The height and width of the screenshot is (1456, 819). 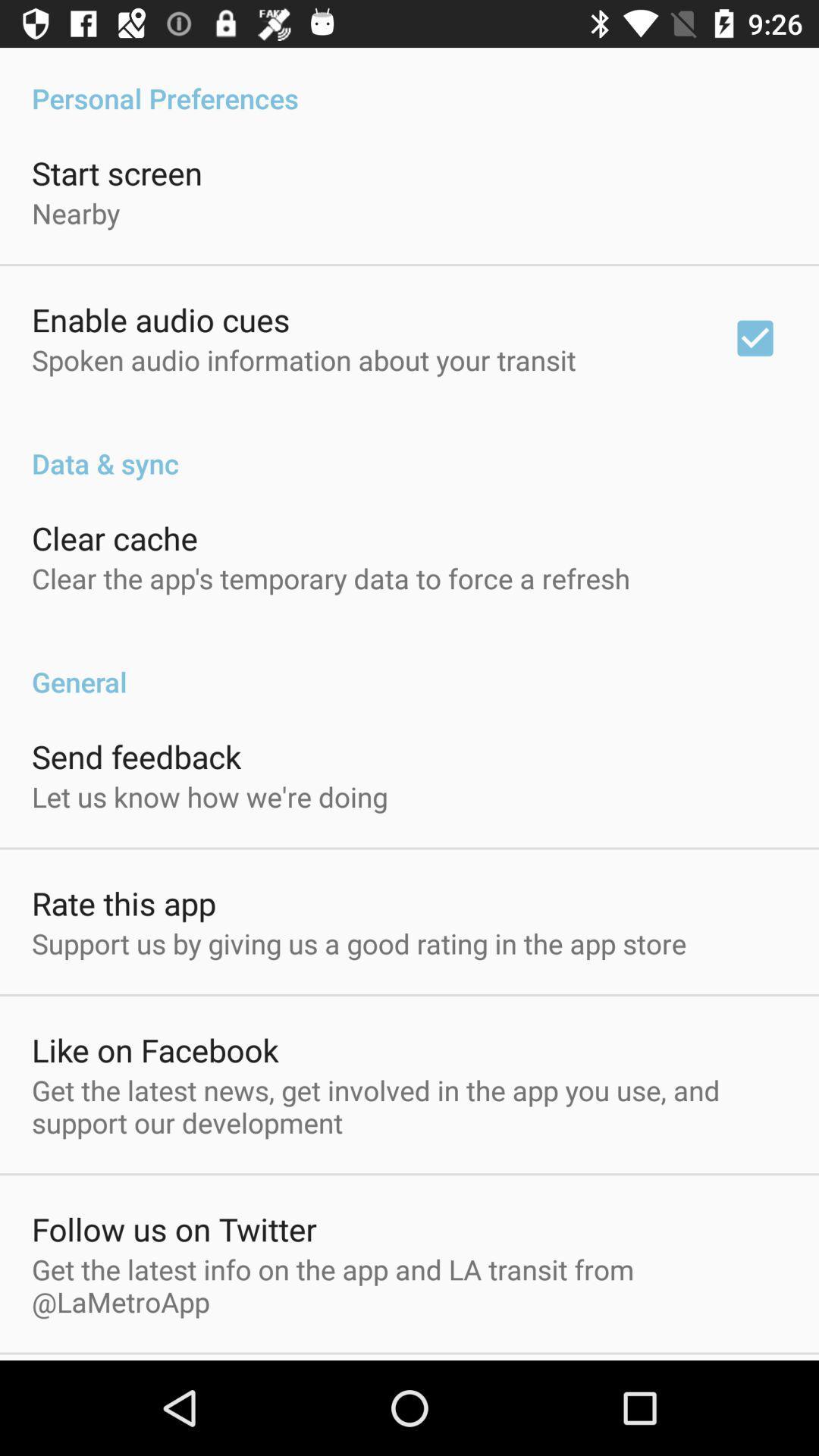 I want to click on app above spoken audio information, so click(x=161, y=318).